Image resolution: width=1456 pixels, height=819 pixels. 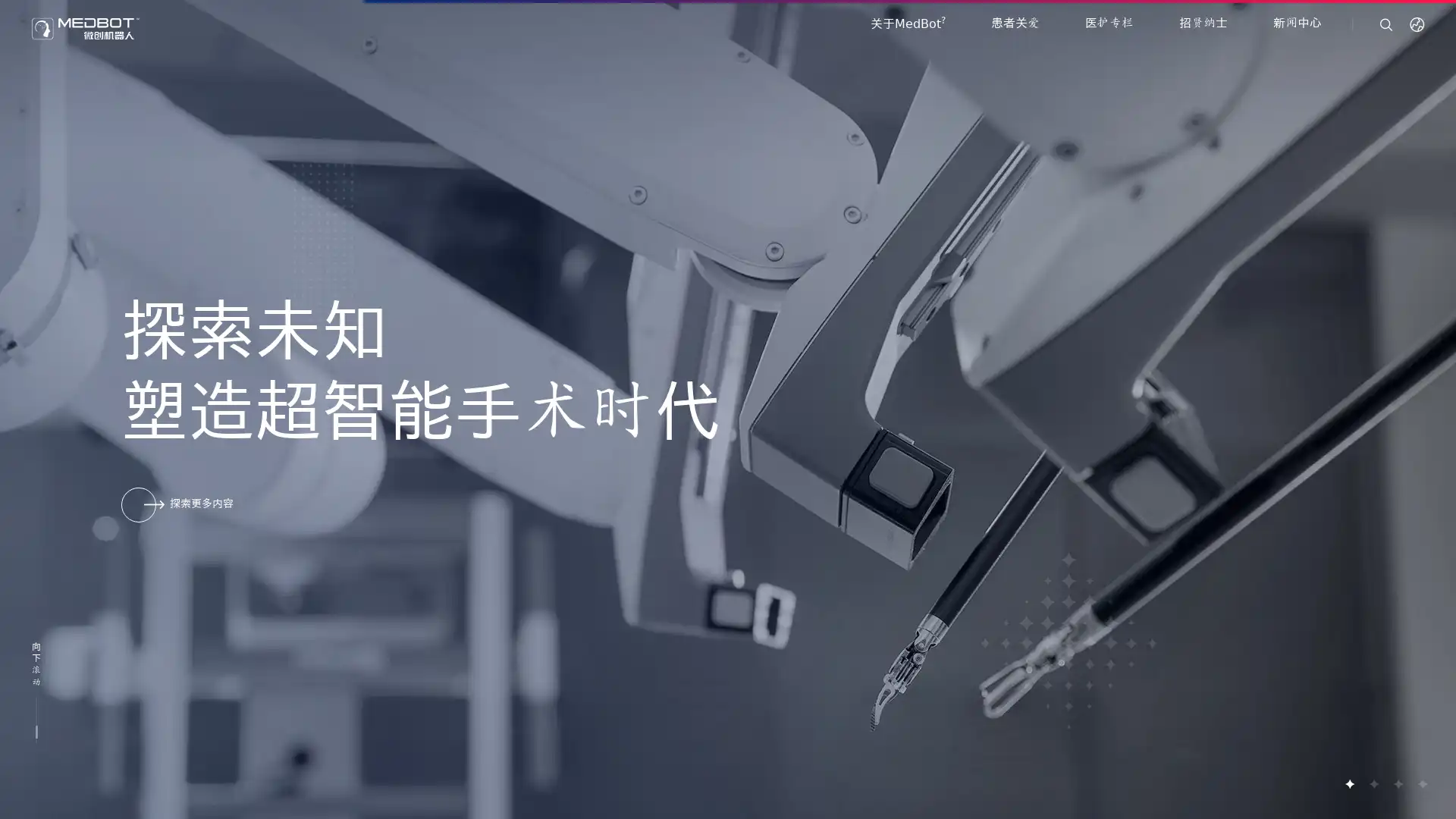 What do you see at coordinates (1421, 783) in the screenshot?
I see `Go to slide 4` at bounding box center [1421, 783].